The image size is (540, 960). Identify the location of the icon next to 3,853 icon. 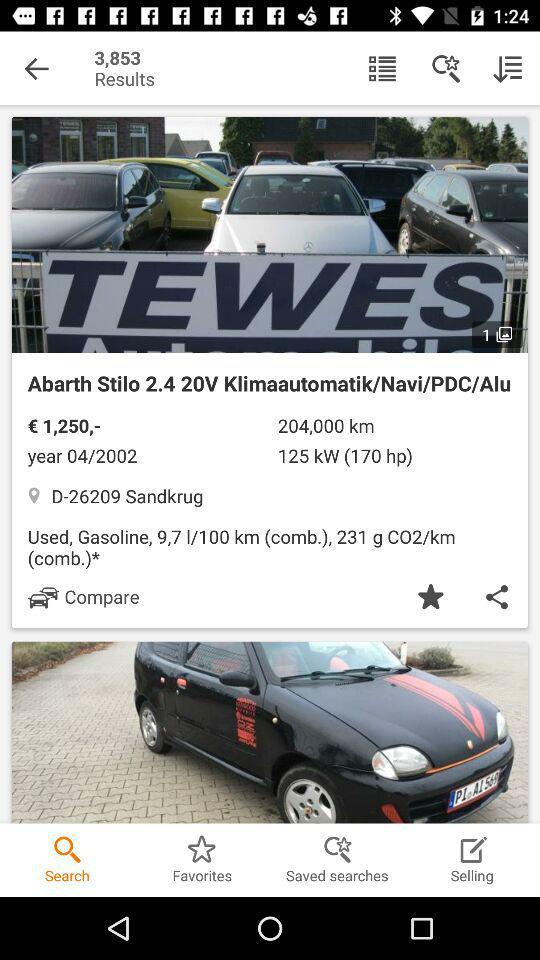
(36, 68).